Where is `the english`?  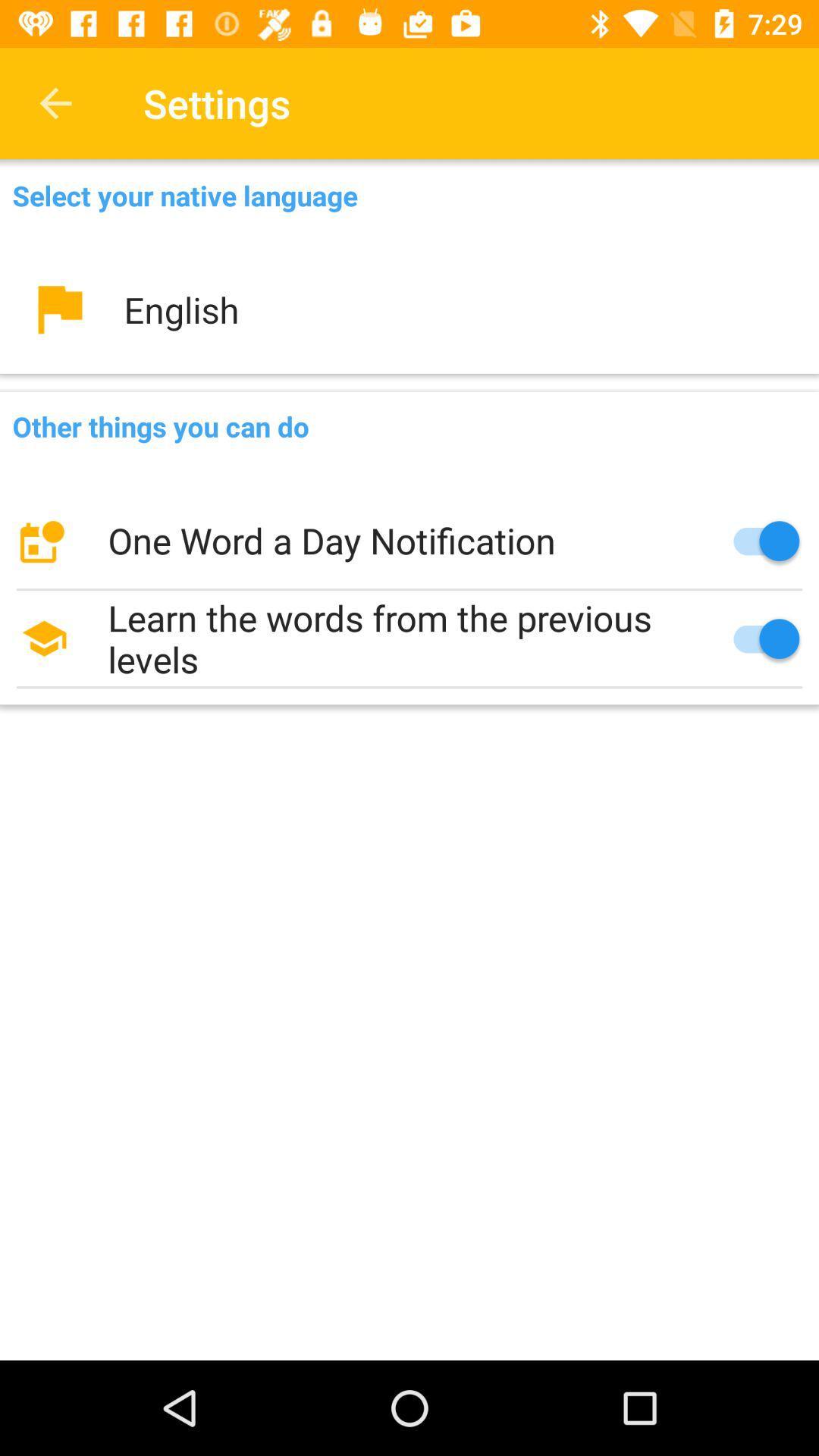
the english is located at coordinates (409, 309).